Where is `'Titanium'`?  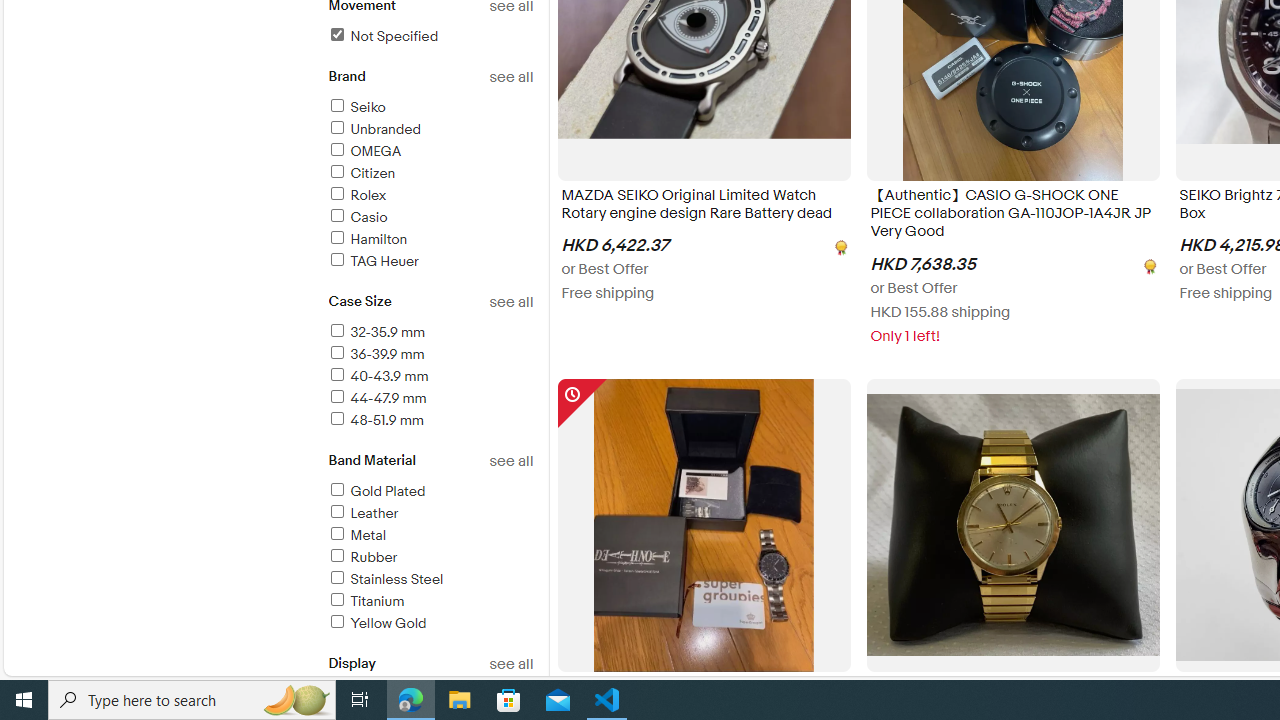 'Titanium' is located at coordinates (429, 601).